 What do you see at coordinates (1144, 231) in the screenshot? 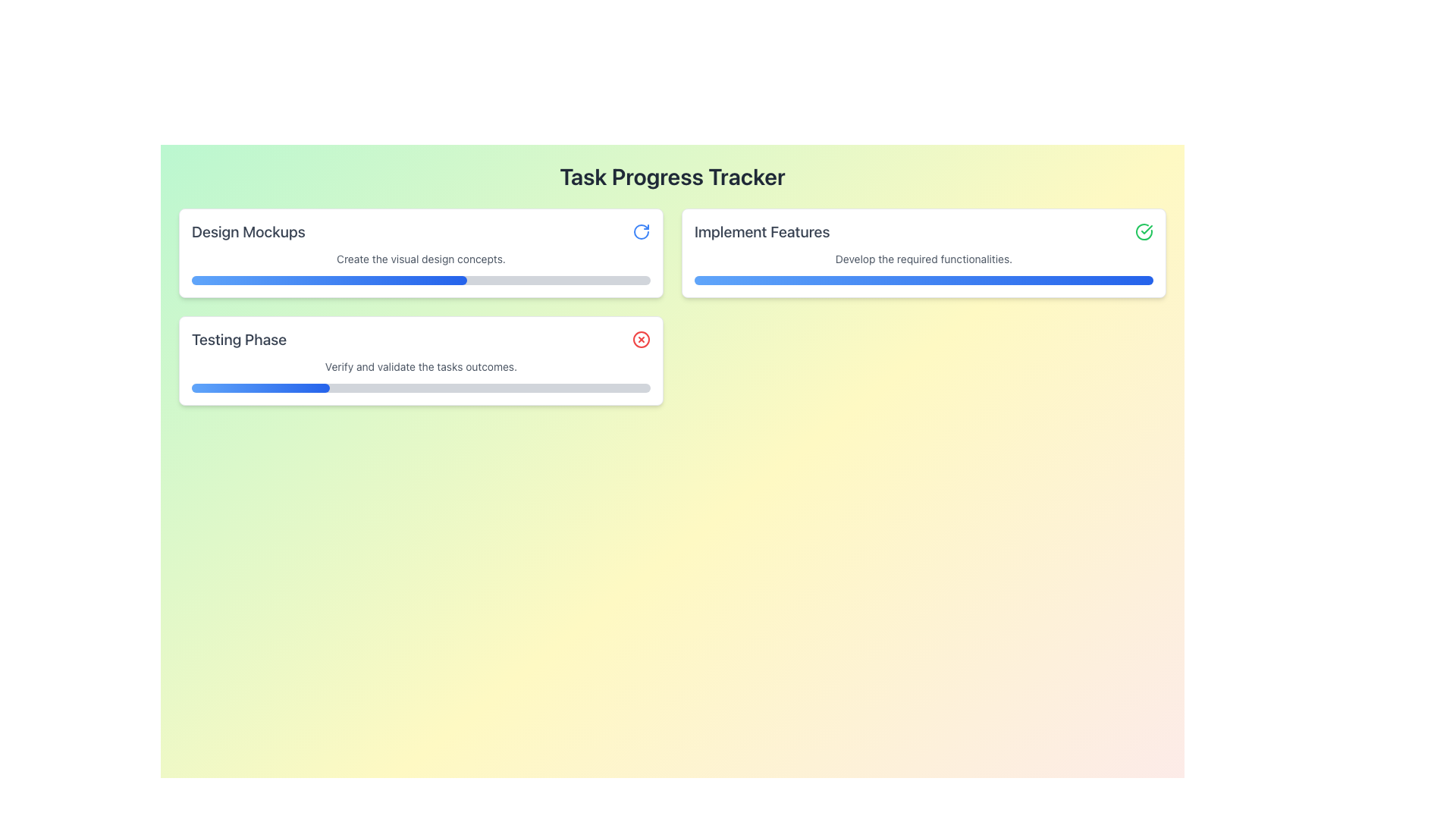
I see `the circular icon with a green border and a checkmark inside, located at the top-right corner of the task card labeled 'Implement Features'` at bounding box center [1144, 231].